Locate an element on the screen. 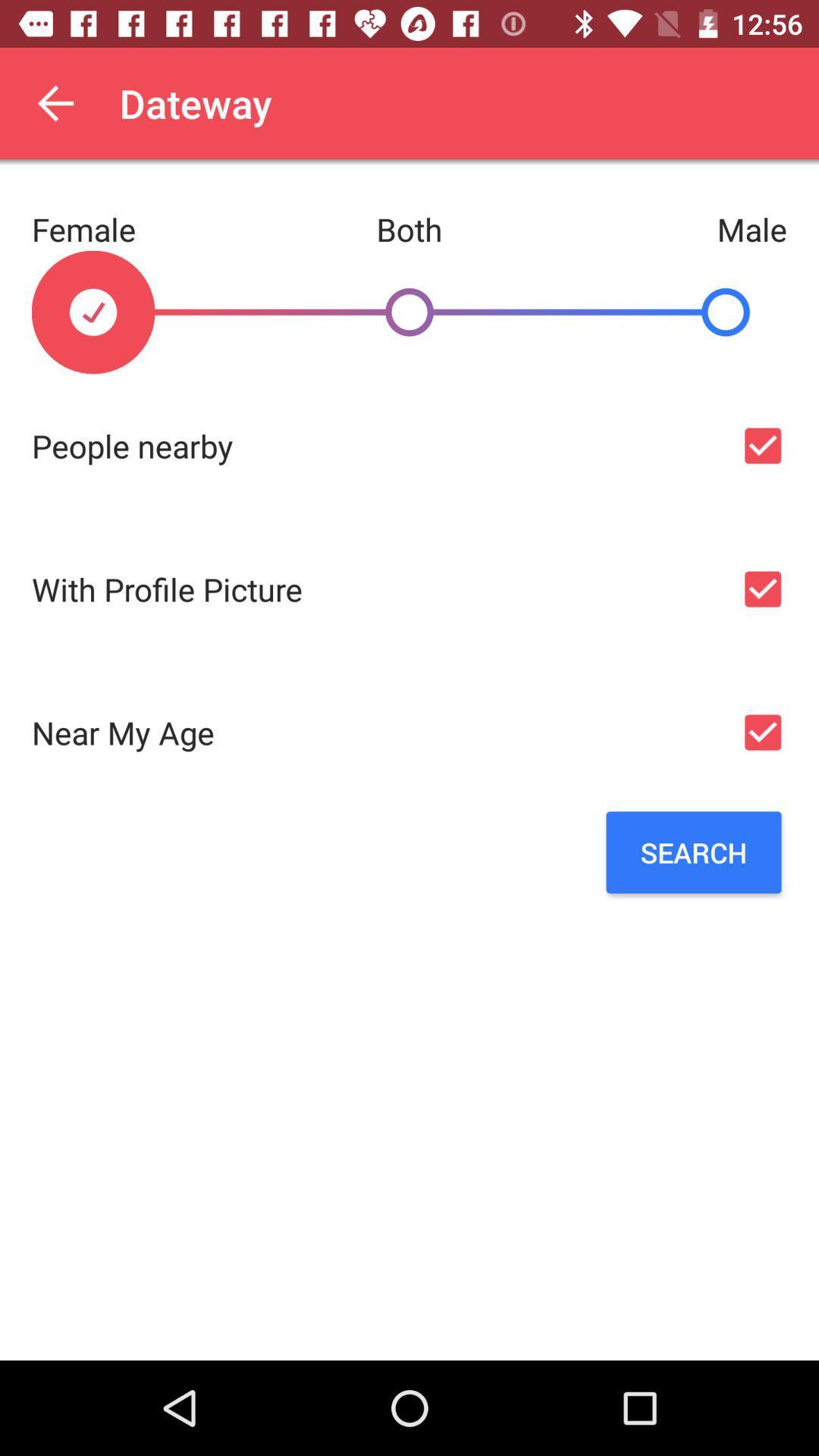 This screenshot has height=1456, width=819. app to the left of dateway app is located at coordinates (55, 102).